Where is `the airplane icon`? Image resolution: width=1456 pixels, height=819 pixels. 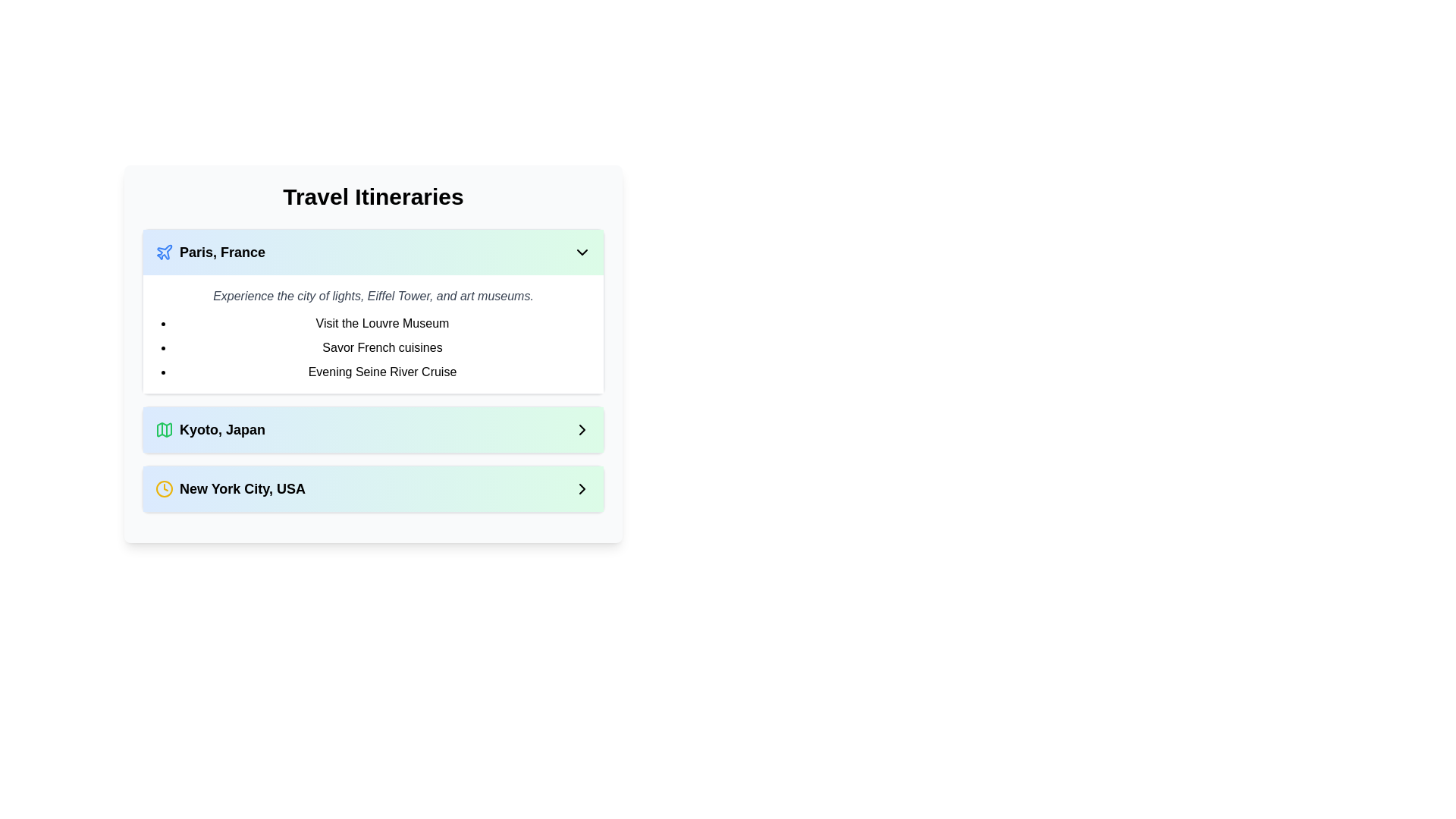 the airplane icon is located at coordinates (164, 251).